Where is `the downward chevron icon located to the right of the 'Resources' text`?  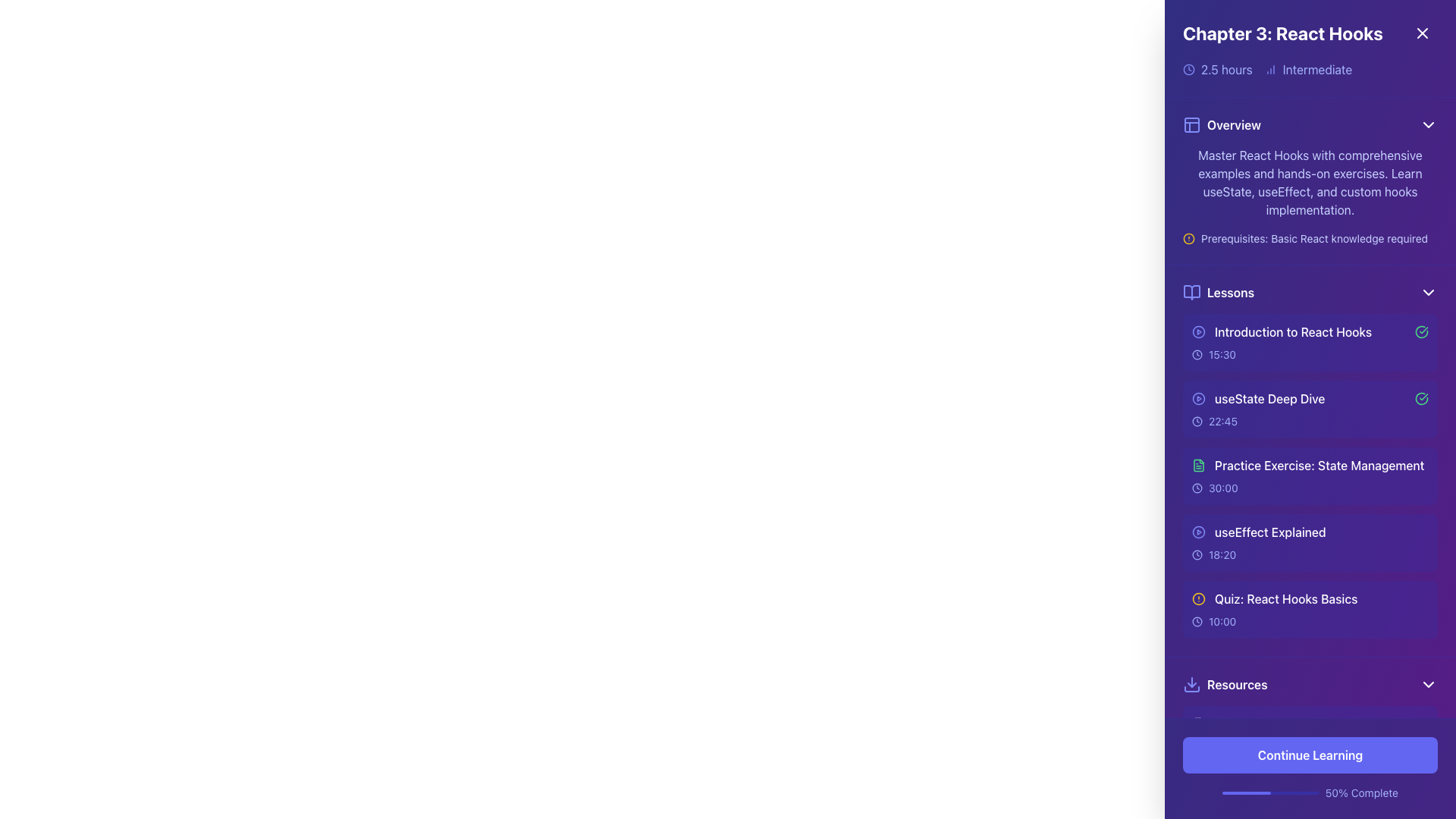 the downward chevron icon located to the right of the 'Resources' text is located at coordinates (1427, 684).